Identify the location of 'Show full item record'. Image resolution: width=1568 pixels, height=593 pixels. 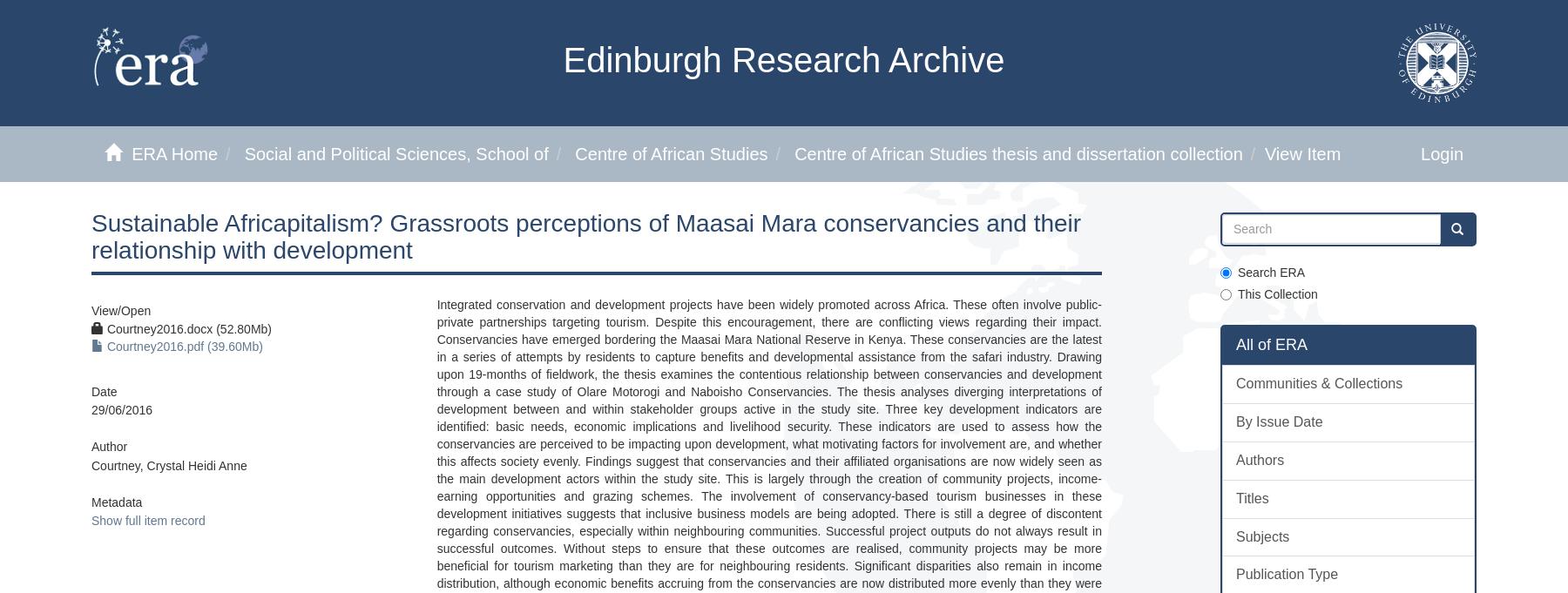
(90, 520).